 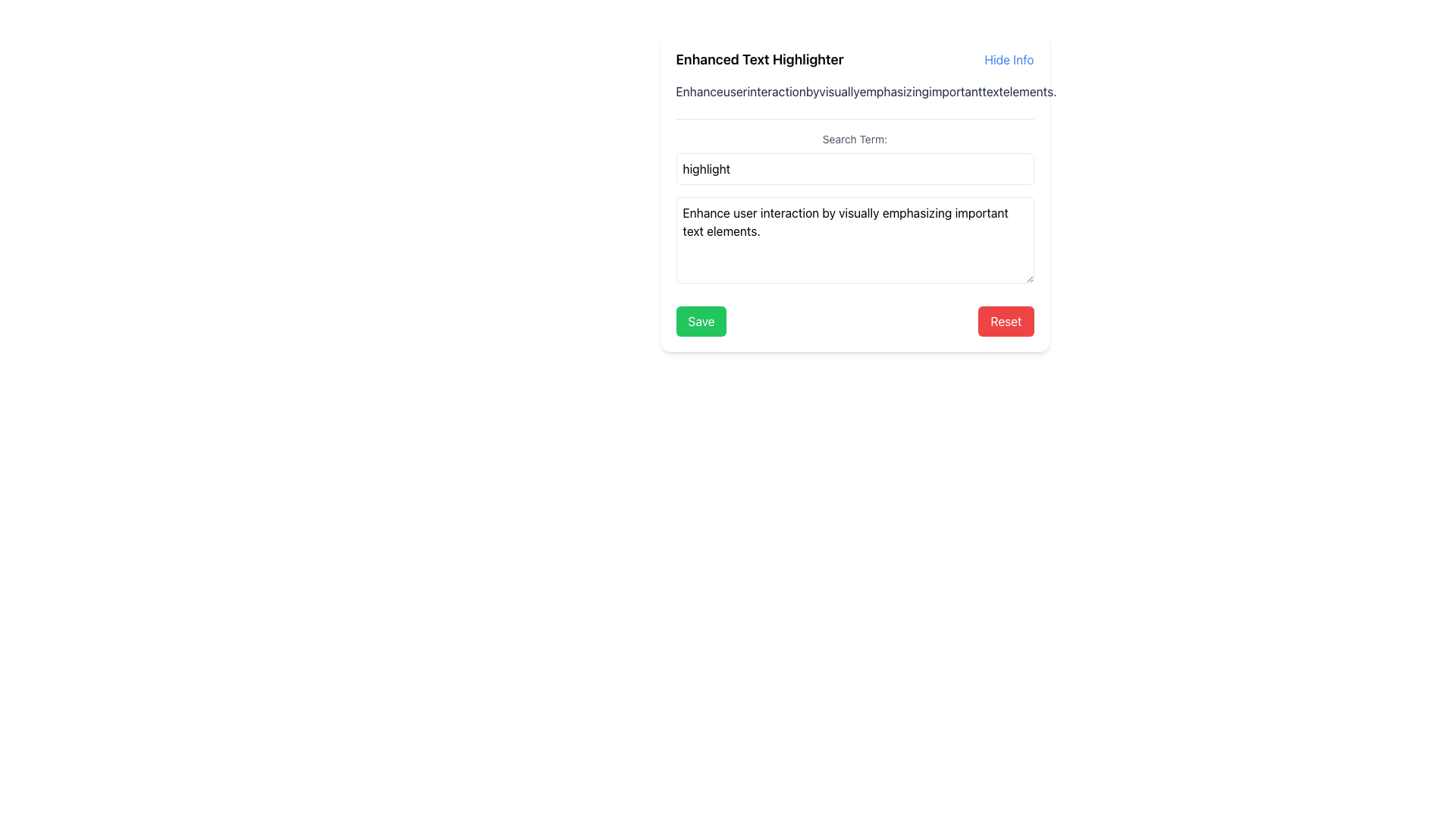 I want to click on the static text element containing the word 'visually', which is styled distinctively and positioned between 'by' and 'emphasizing' in the sentence, so click(x=839, y=91).